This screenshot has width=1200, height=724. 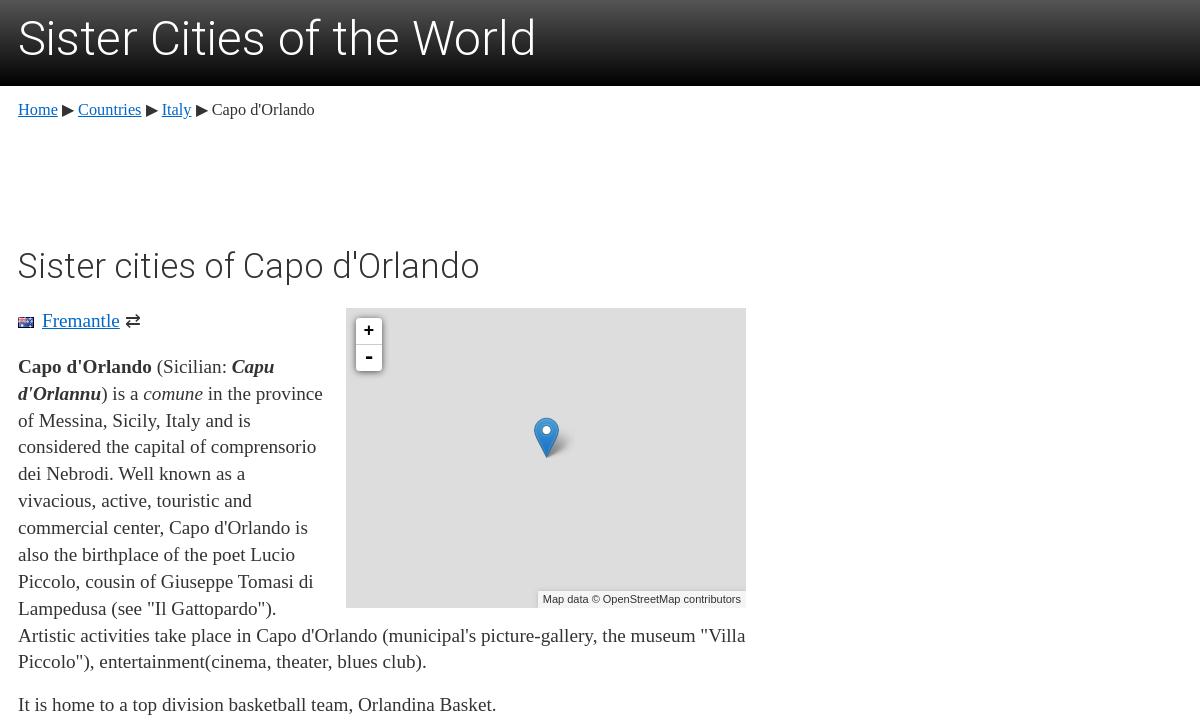 What do you see at coordinates (150, 365) in the screenshot?
I see `'(Sicilian:'` at bounding box center [150, 365].